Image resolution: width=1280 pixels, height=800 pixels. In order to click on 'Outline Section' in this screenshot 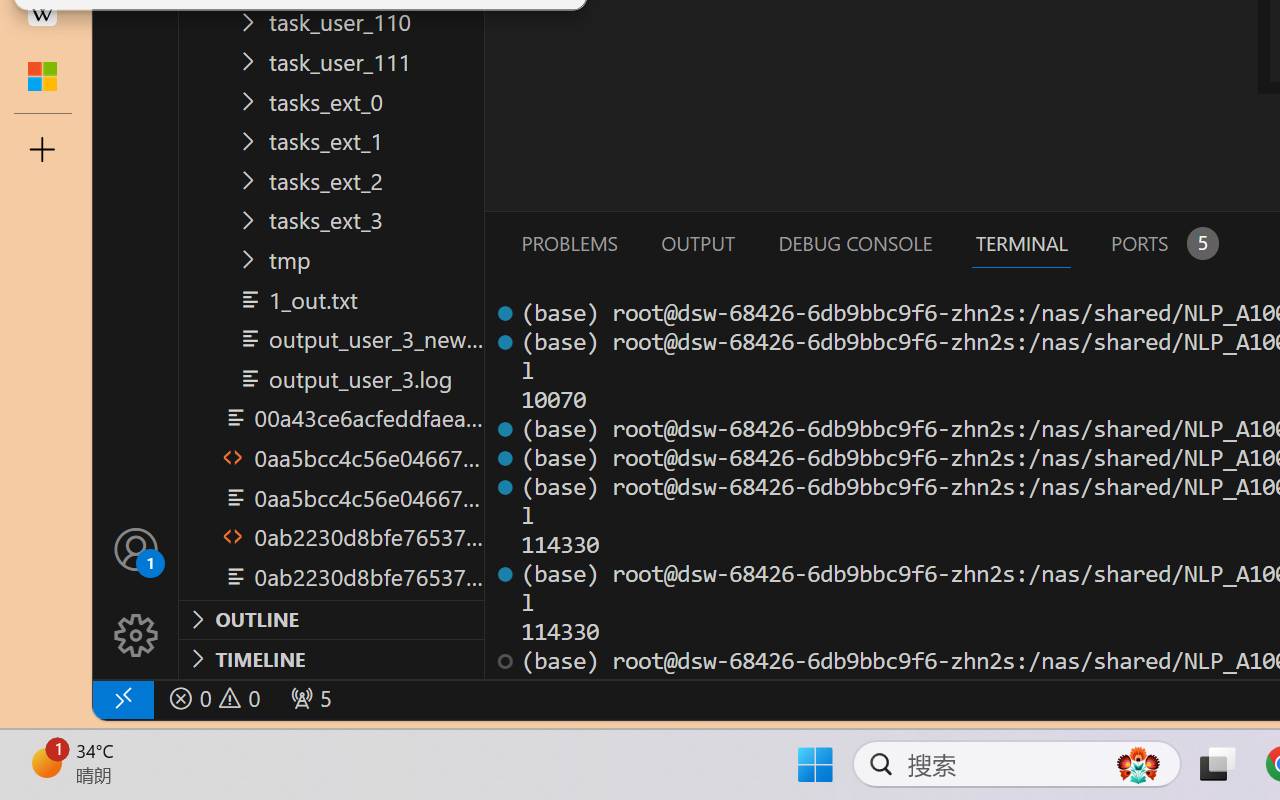, I will do `click(331, 619)`.